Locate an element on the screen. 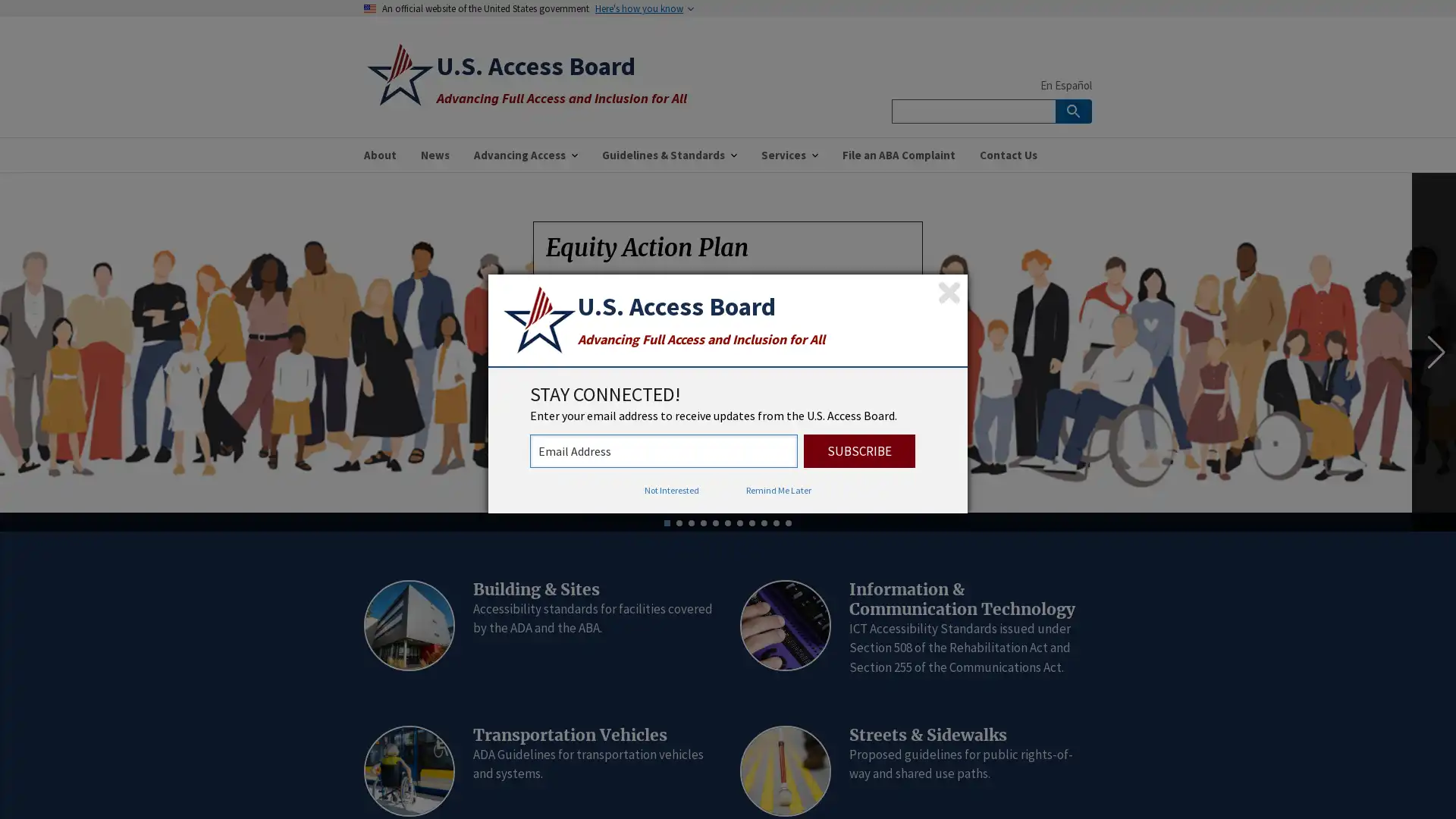  Remind Me Later is located at coordinates (779, 491).